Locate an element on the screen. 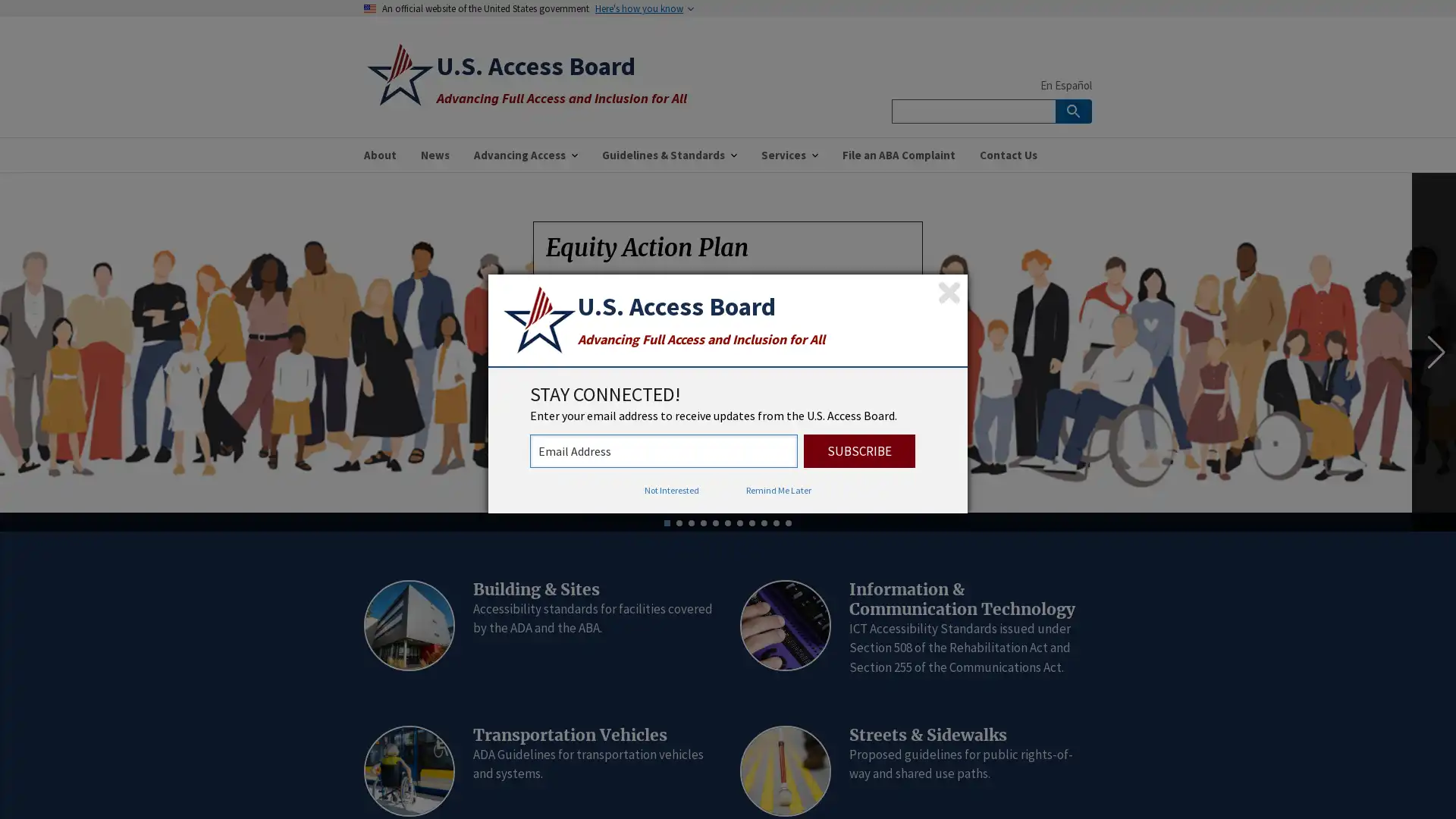  Remind Me Later is located at coordinates (779, 491).